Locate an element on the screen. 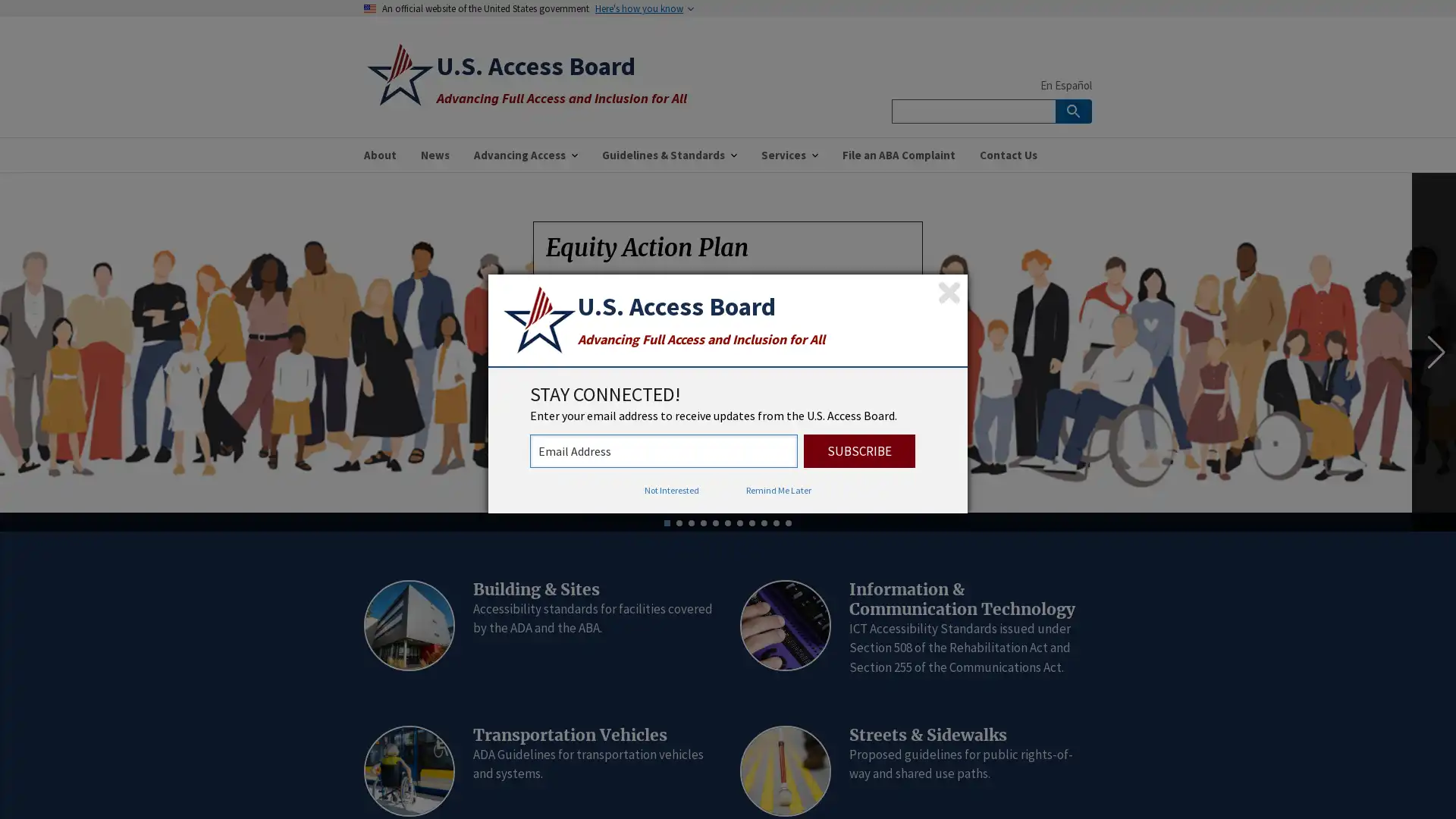  Remind Me Later is located at coordinates (779, 491).